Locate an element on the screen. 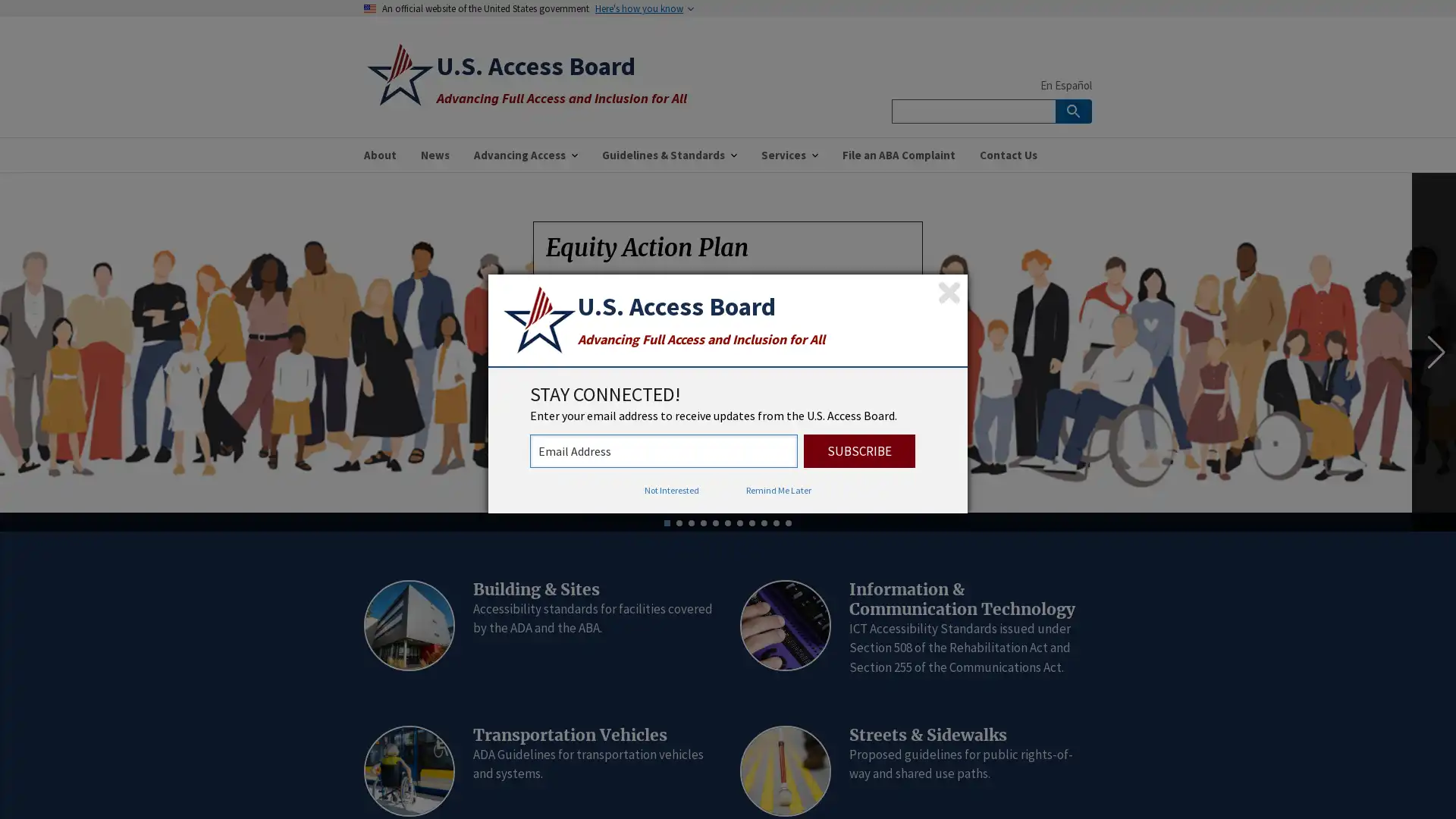  Remind Me Later is located at coordinates (779, 491).